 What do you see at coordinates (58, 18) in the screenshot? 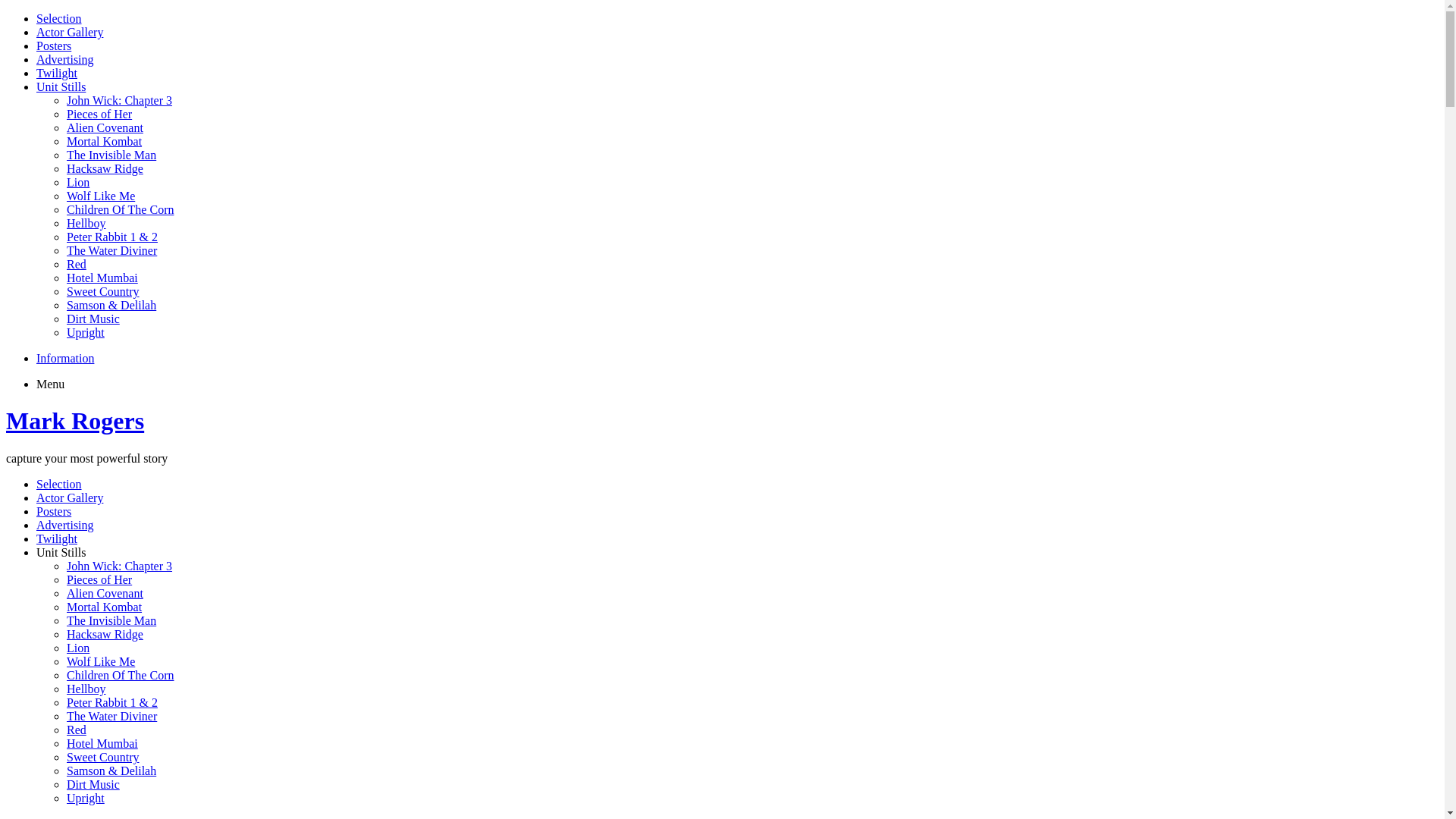
I see `'Selection'` at bounding box center [58, 18].